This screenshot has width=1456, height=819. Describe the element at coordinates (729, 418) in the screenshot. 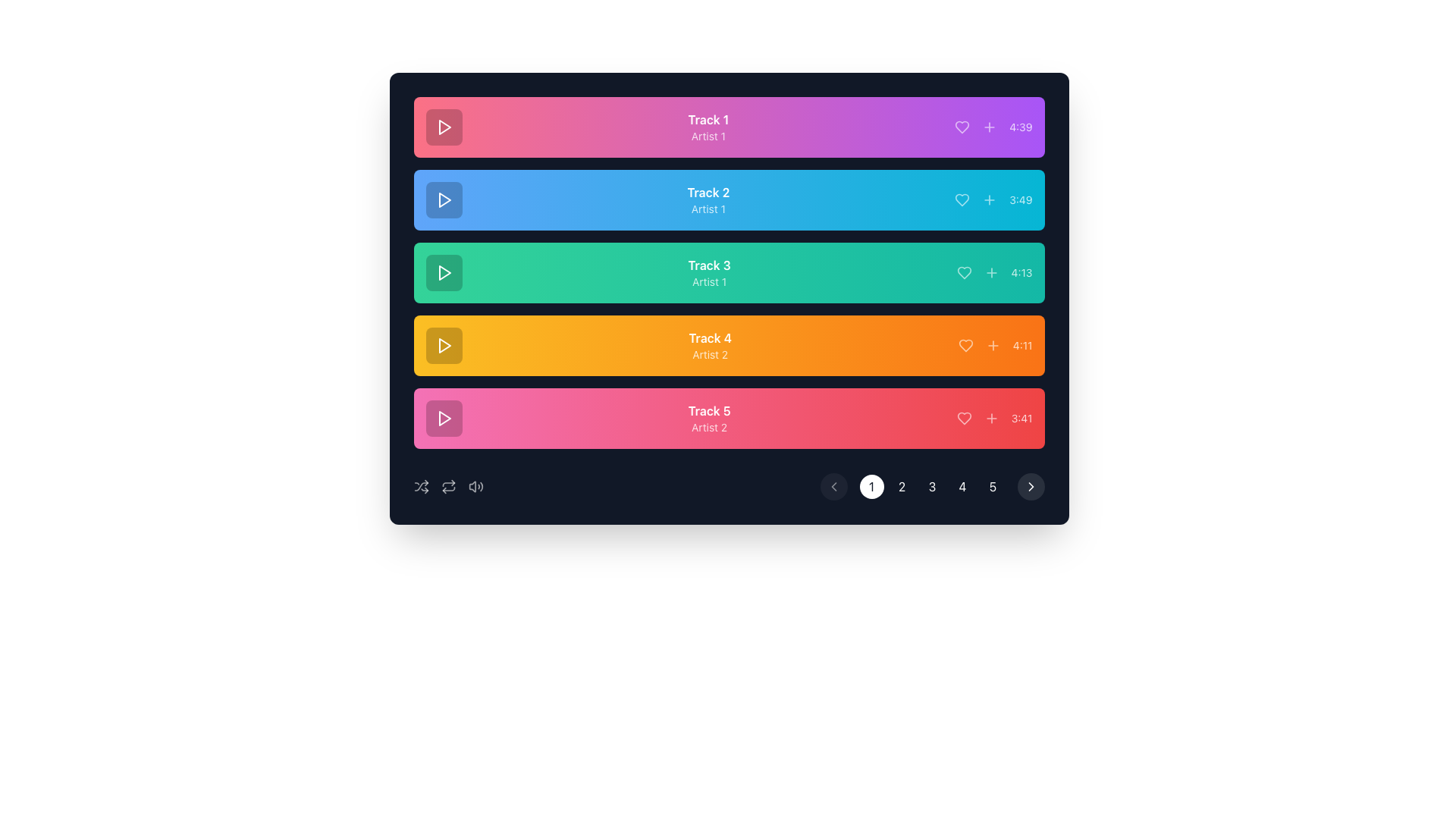

I see `the 5th track item in the music playlist` at that location.